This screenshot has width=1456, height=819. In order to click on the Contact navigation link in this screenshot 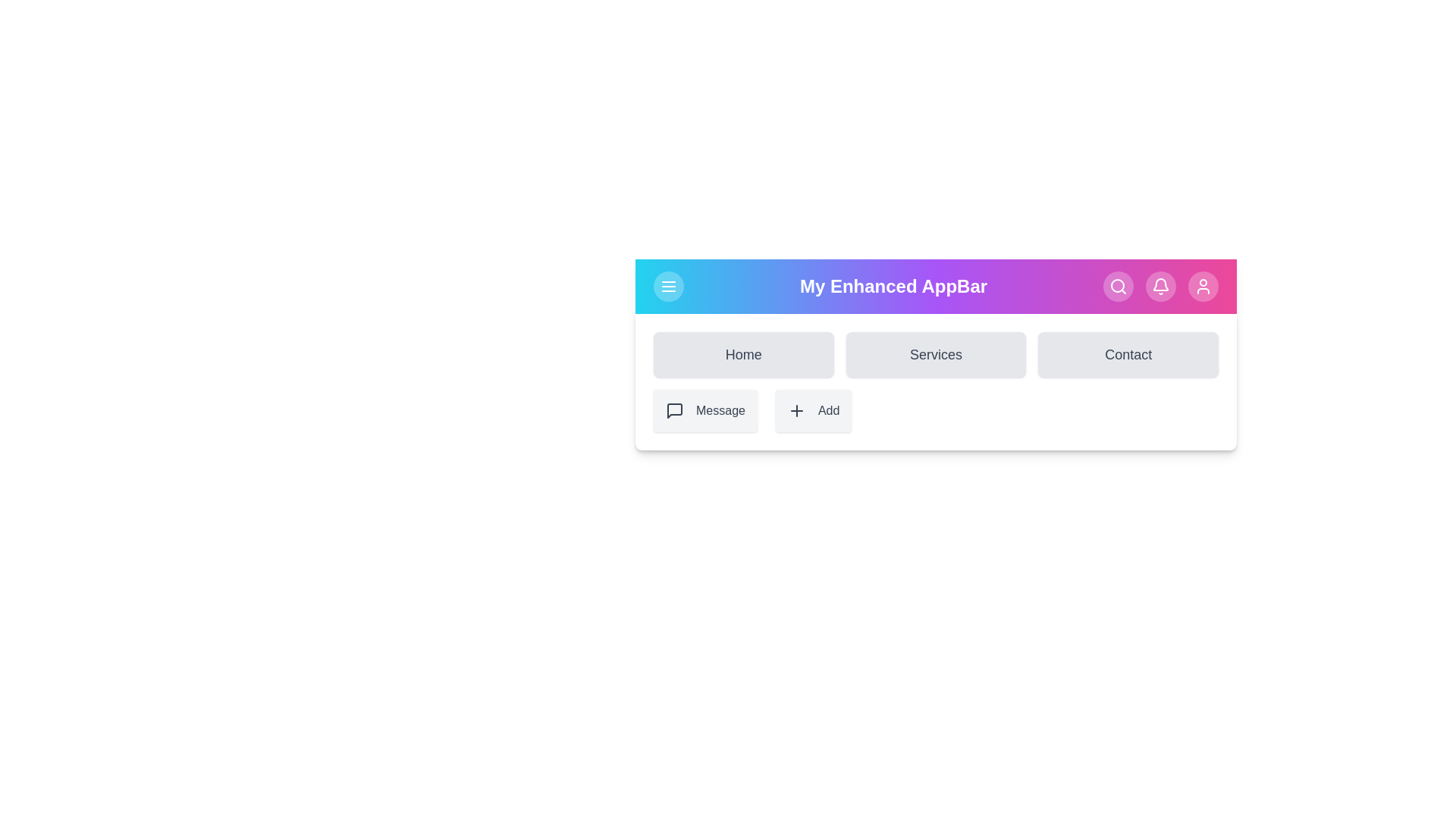, I will do `click(1128, 354)`.